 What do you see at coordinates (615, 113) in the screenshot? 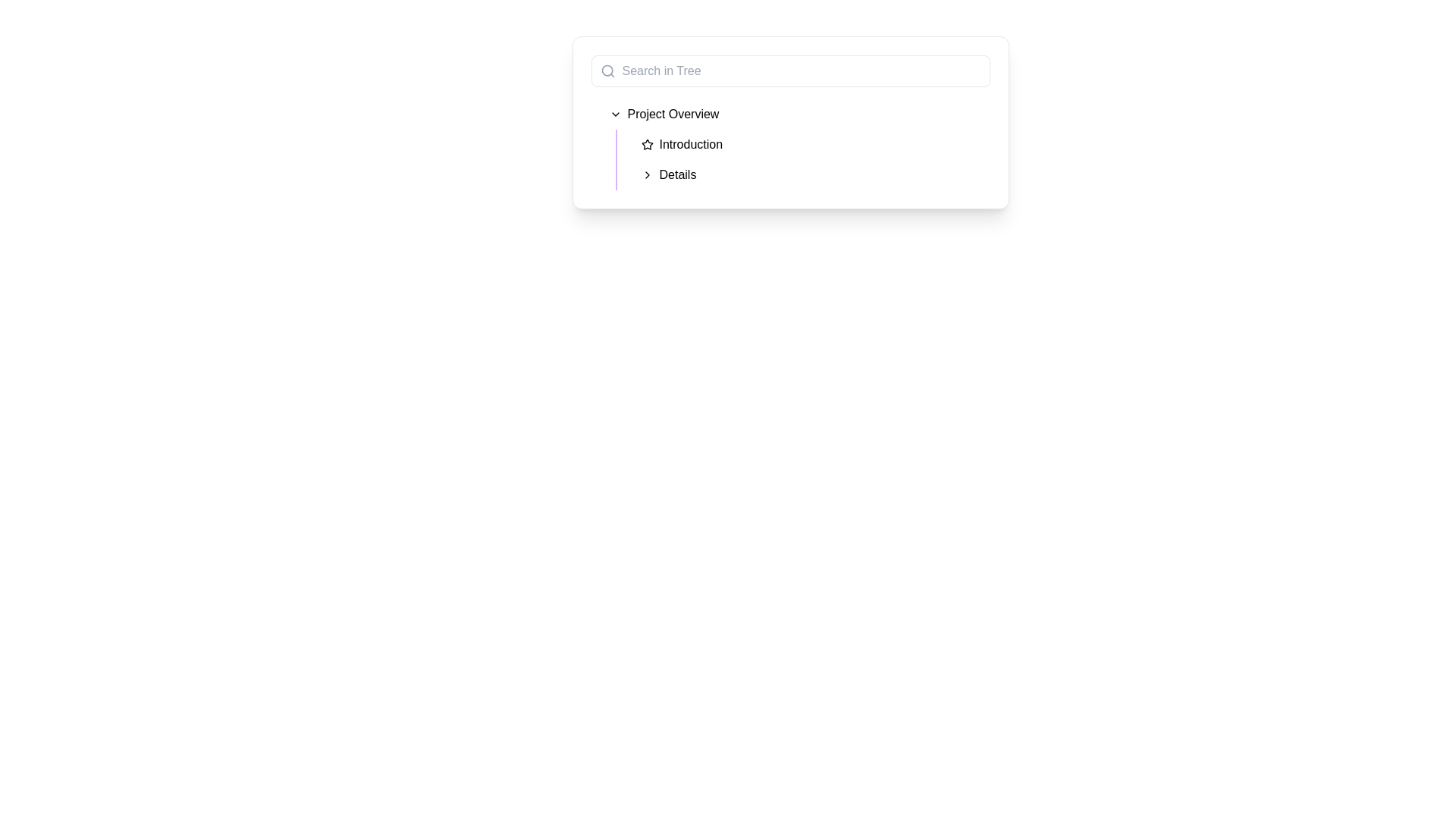
I see `the chevron icon in the 'Project Overview' section` at bounding box center [615, 113].